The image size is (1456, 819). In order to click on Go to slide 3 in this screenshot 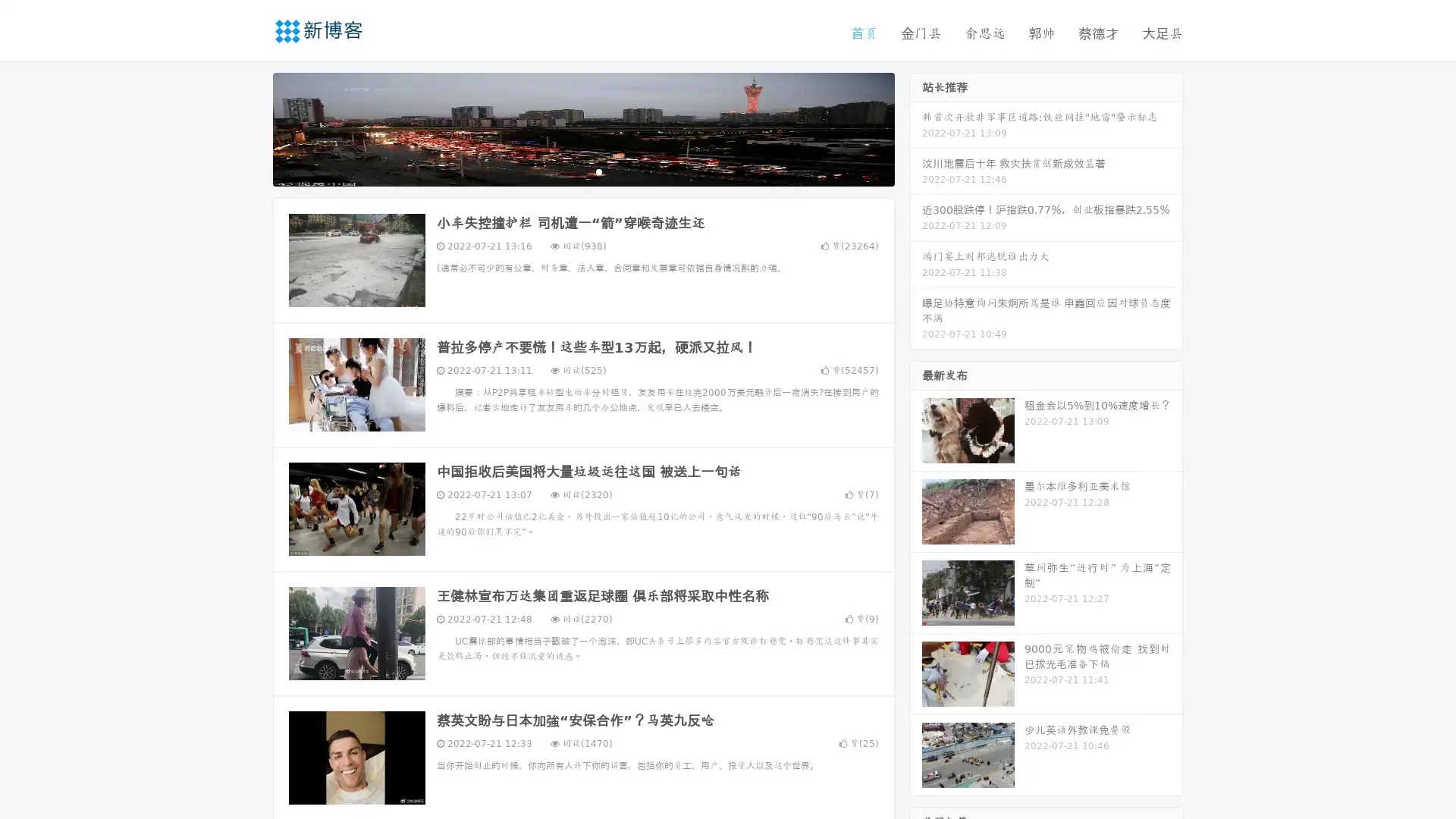, I will do `click(598, 171)`.